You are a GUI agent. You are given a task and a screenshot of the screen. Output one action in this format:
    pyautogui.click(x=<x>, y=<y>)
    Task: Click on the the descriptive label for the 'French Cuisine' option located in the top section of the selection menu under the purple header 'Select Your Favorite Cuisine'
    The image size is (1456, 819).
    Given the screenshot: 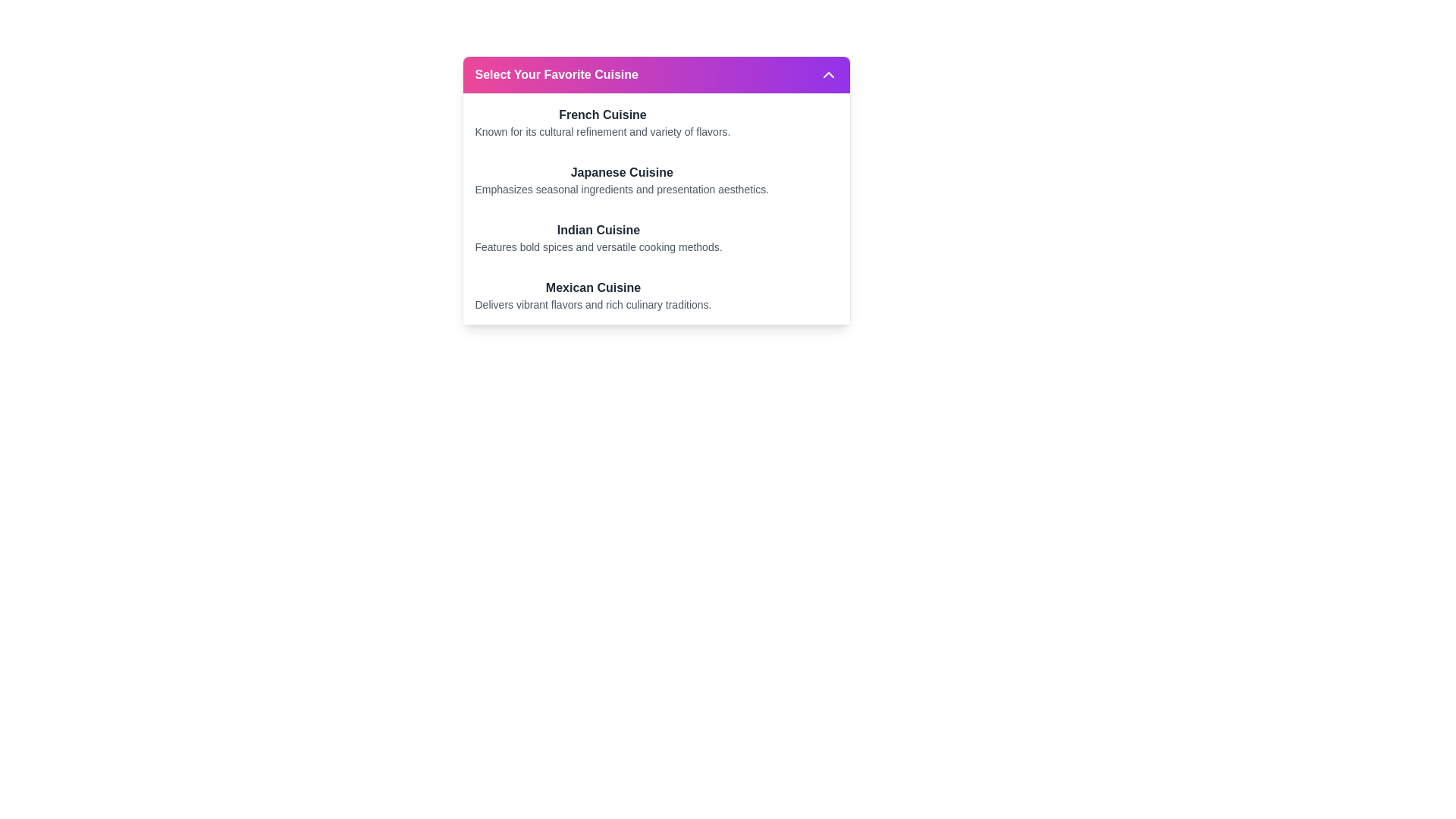 What is the action you would take?
    pyautogui.click(x=601, y=122)
    